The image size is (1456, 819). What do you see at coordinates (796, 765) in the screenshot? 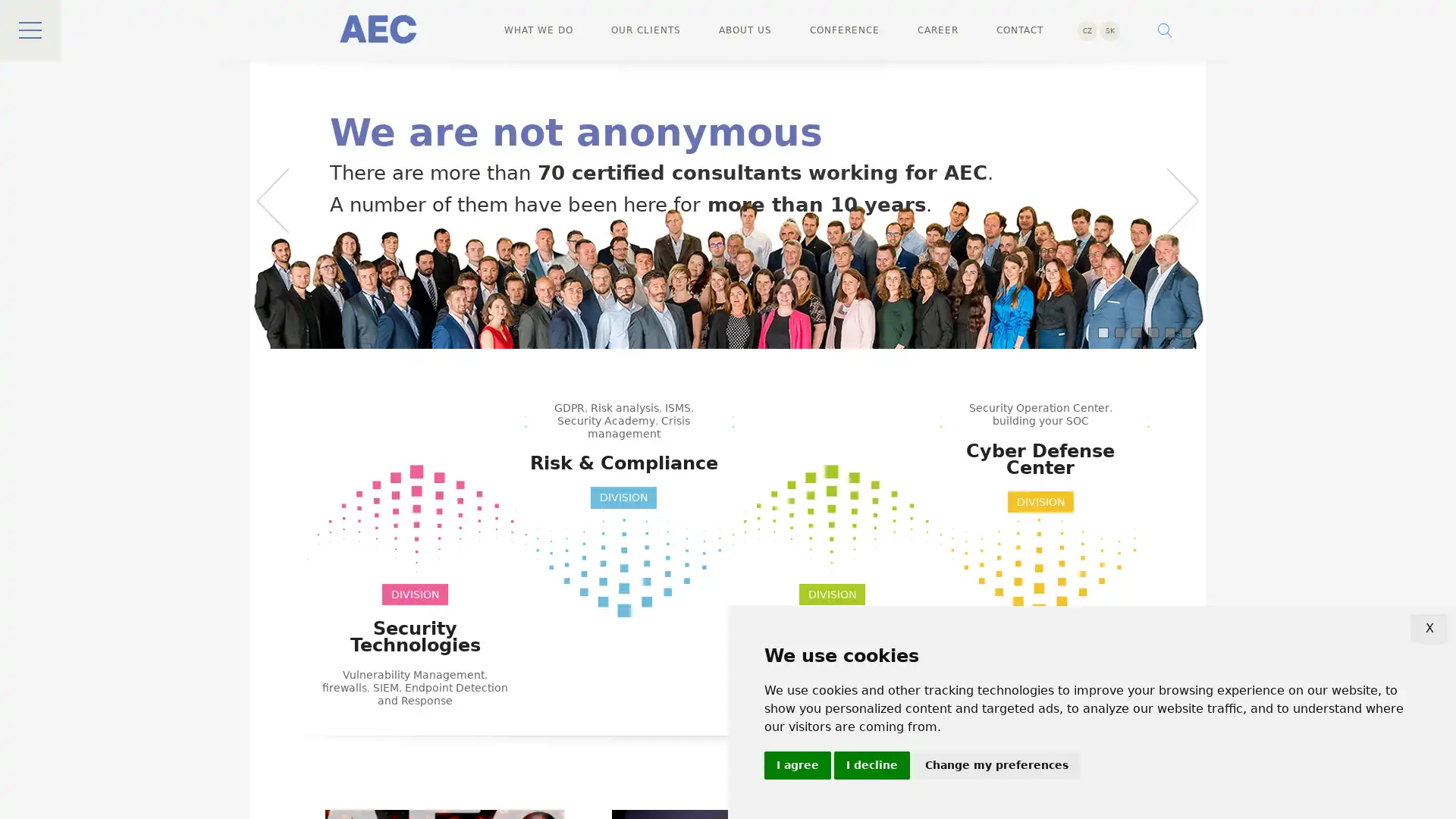
I see `I agree` at bounding box center [796, 765].